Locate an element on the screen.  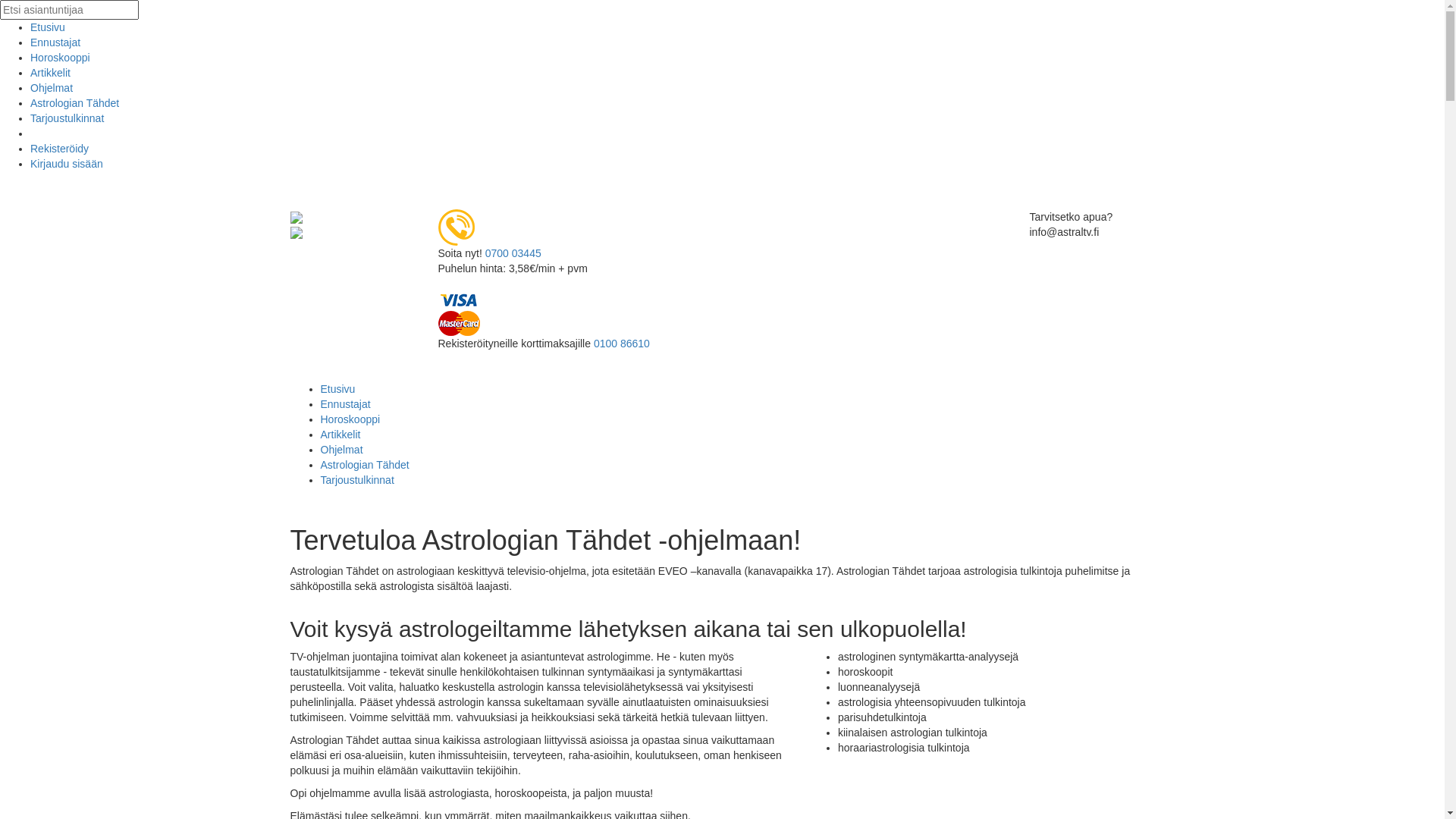
'Ohjelmat' is located at coordinates (319, 449).